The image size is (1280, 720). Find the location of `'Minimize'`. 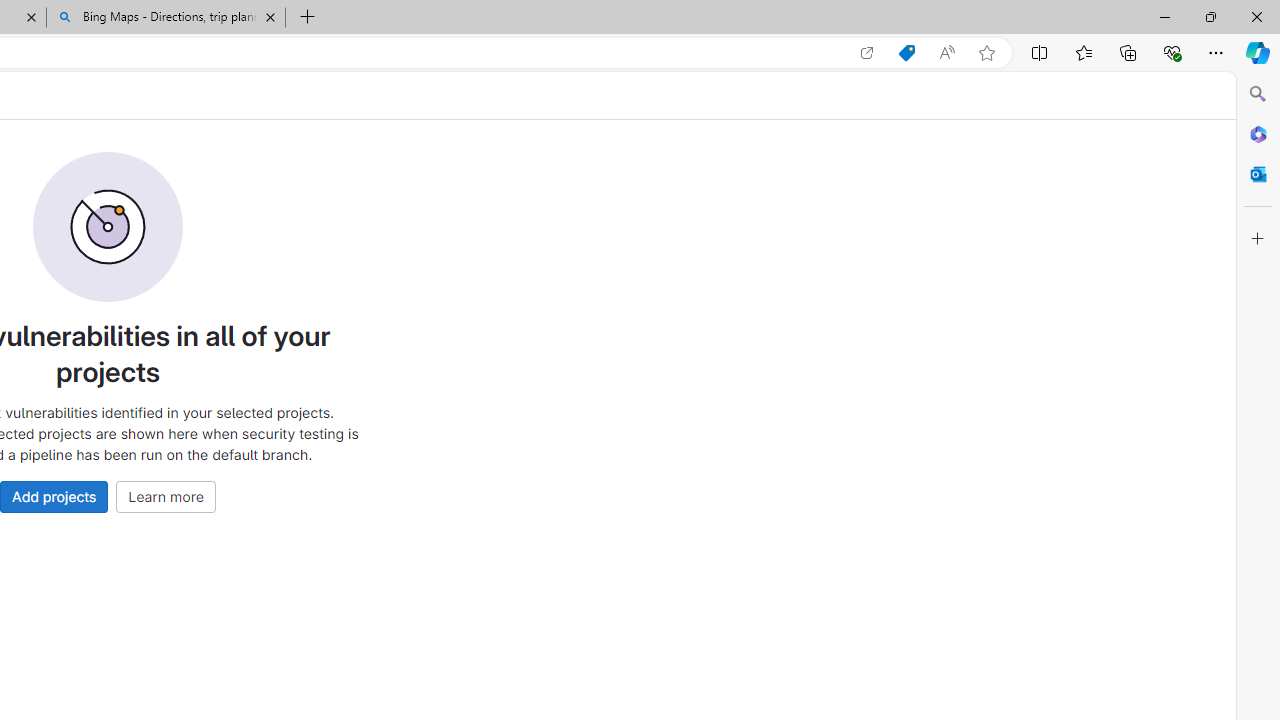

'Minimize' is located at coordinates (1164, 16).